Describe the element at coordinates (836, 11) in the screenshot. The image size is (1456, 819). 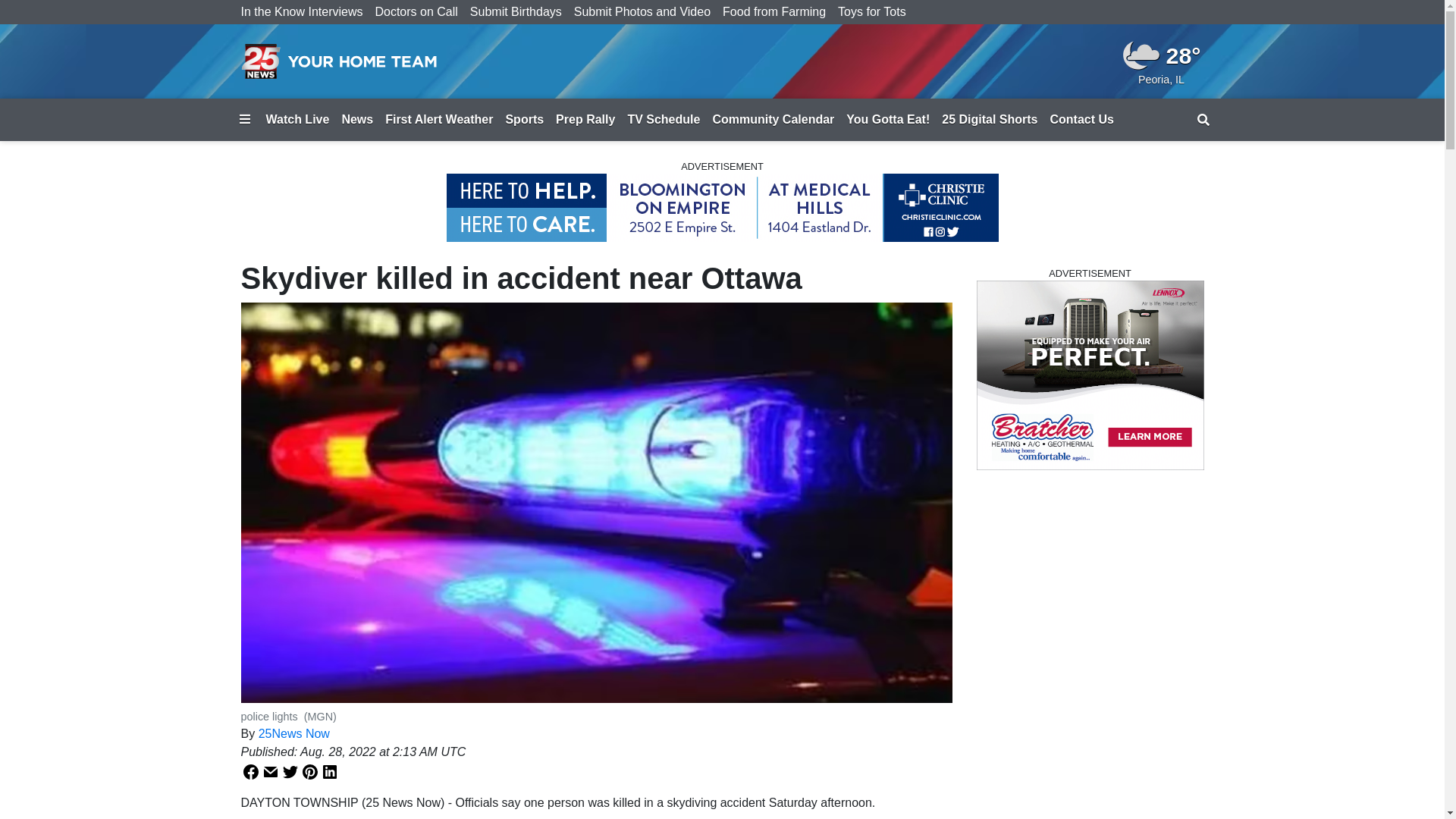
I see `'Toys for Tots'` at that location.